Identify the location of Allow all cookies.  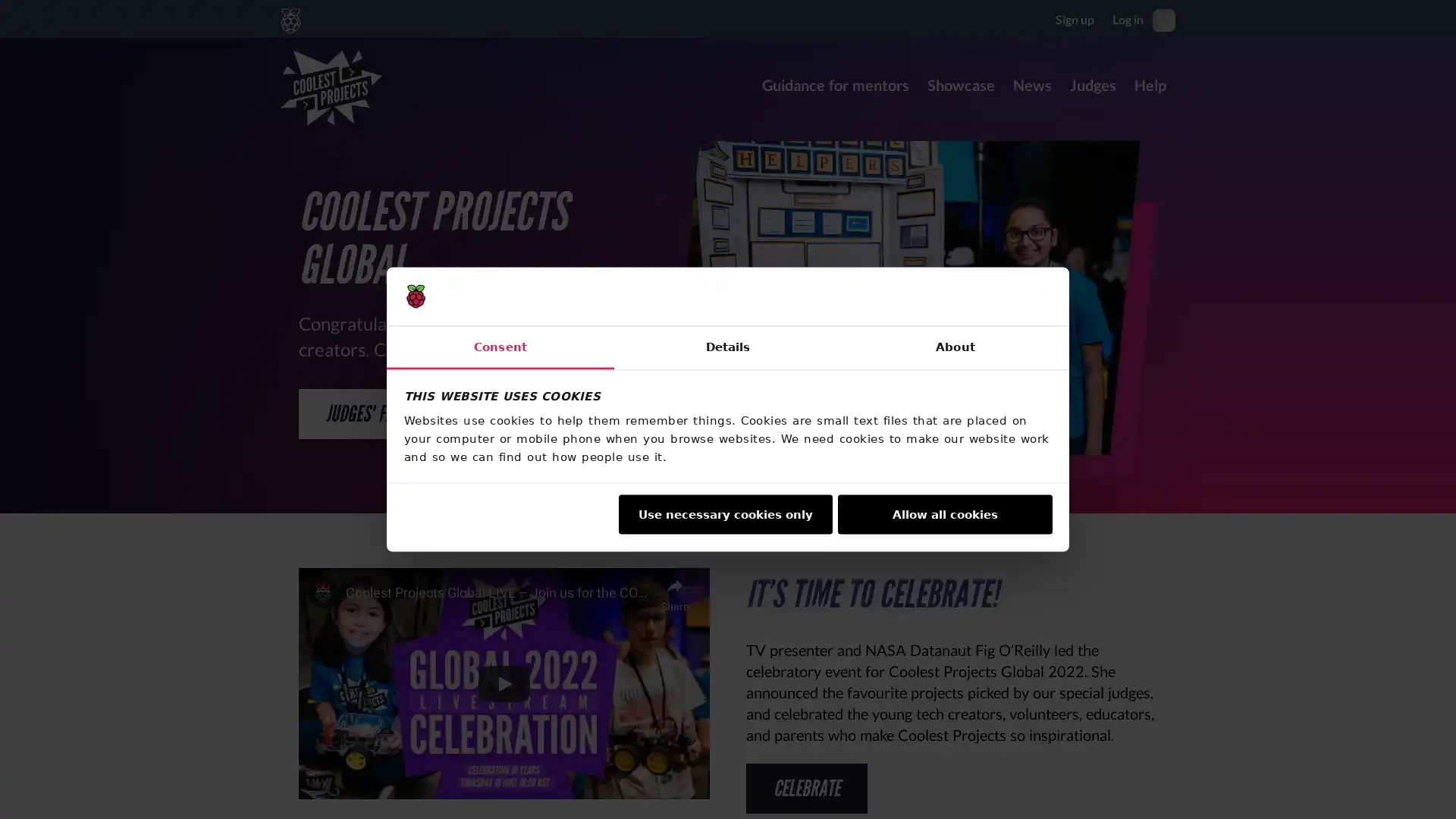
(944, 513).